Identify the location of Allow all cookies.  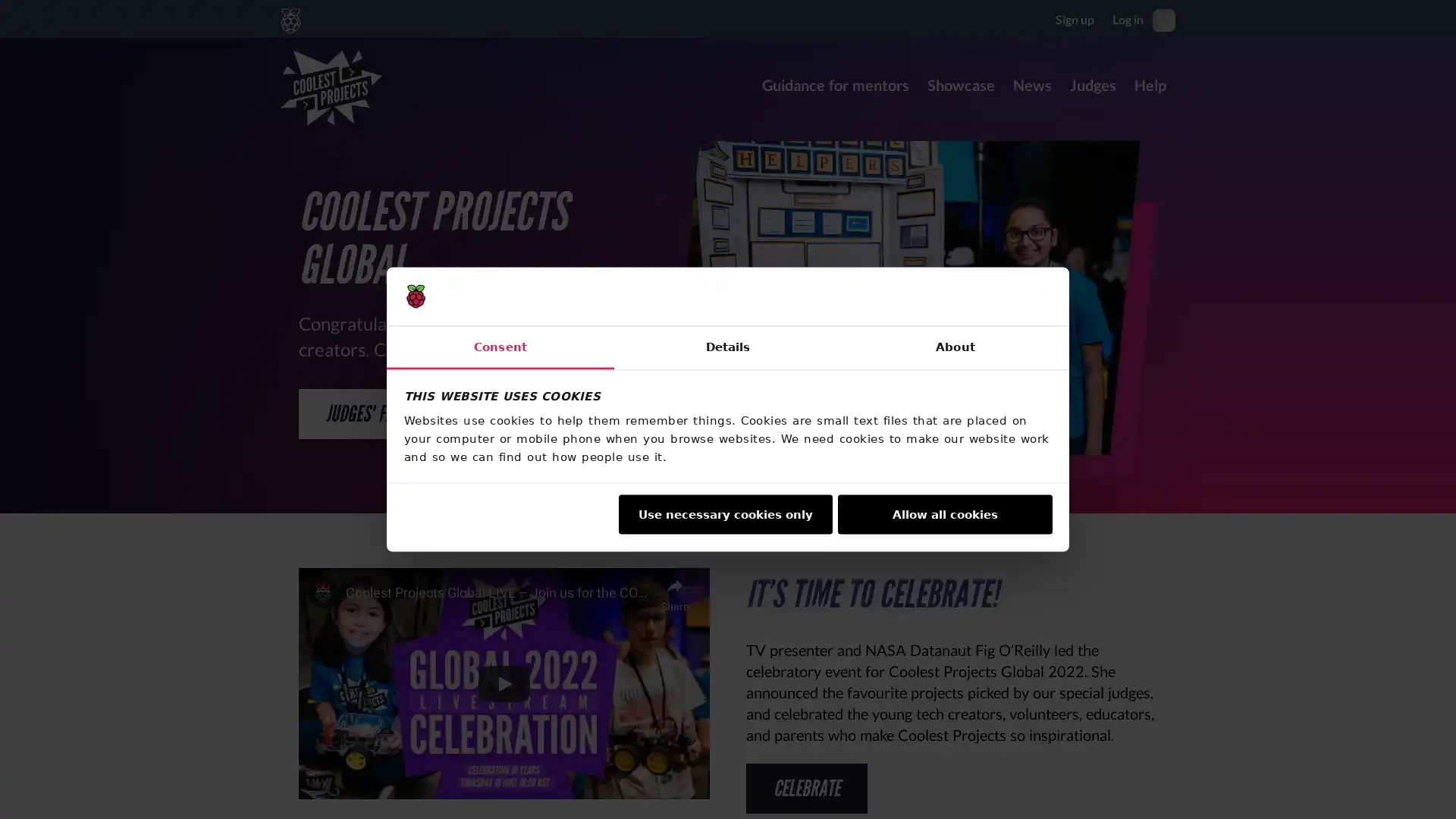
(944, 513).